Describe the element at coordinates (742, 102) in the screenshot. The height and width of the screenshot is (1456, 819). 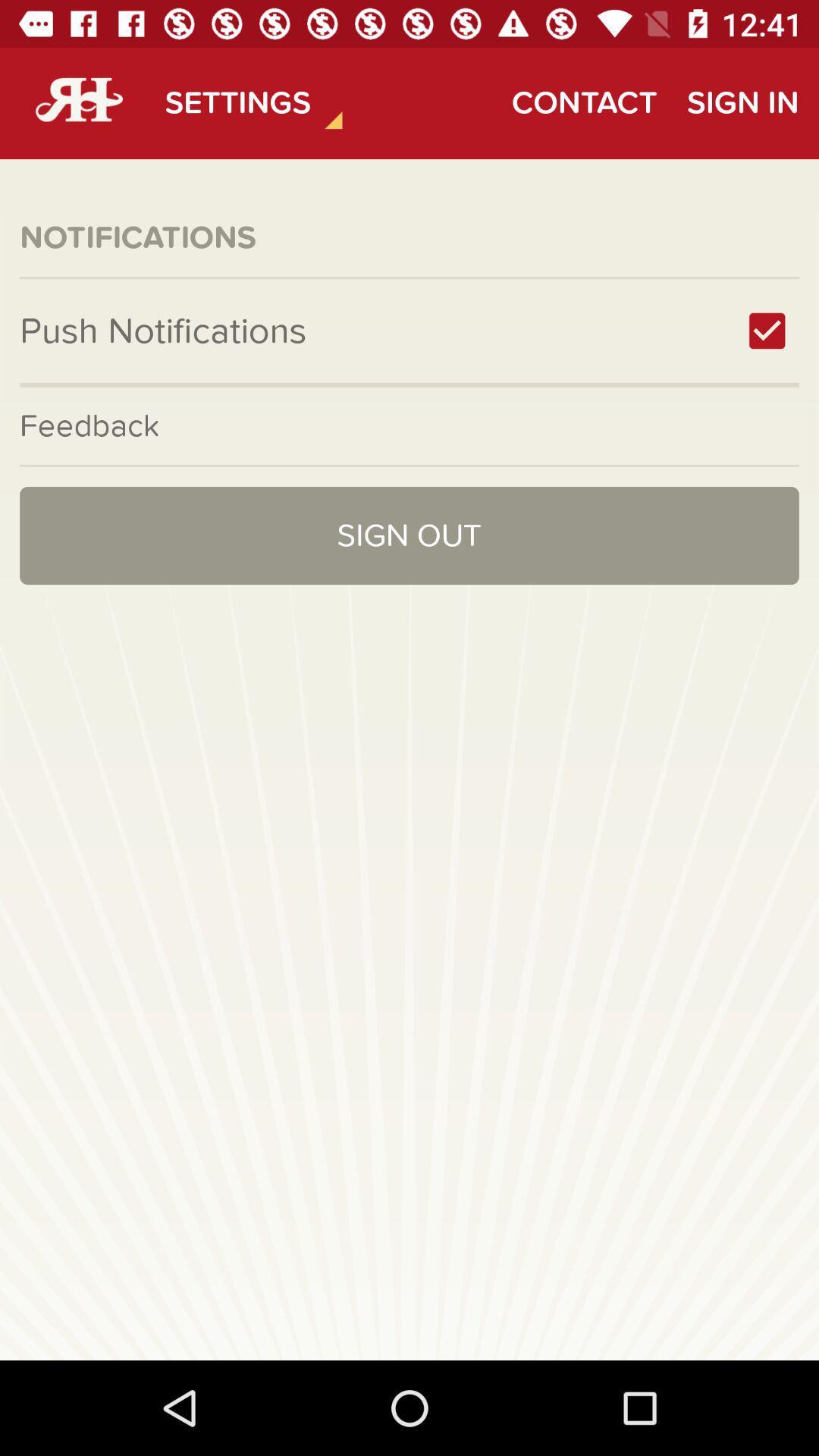
I see `item to the right of contact item` at that location.